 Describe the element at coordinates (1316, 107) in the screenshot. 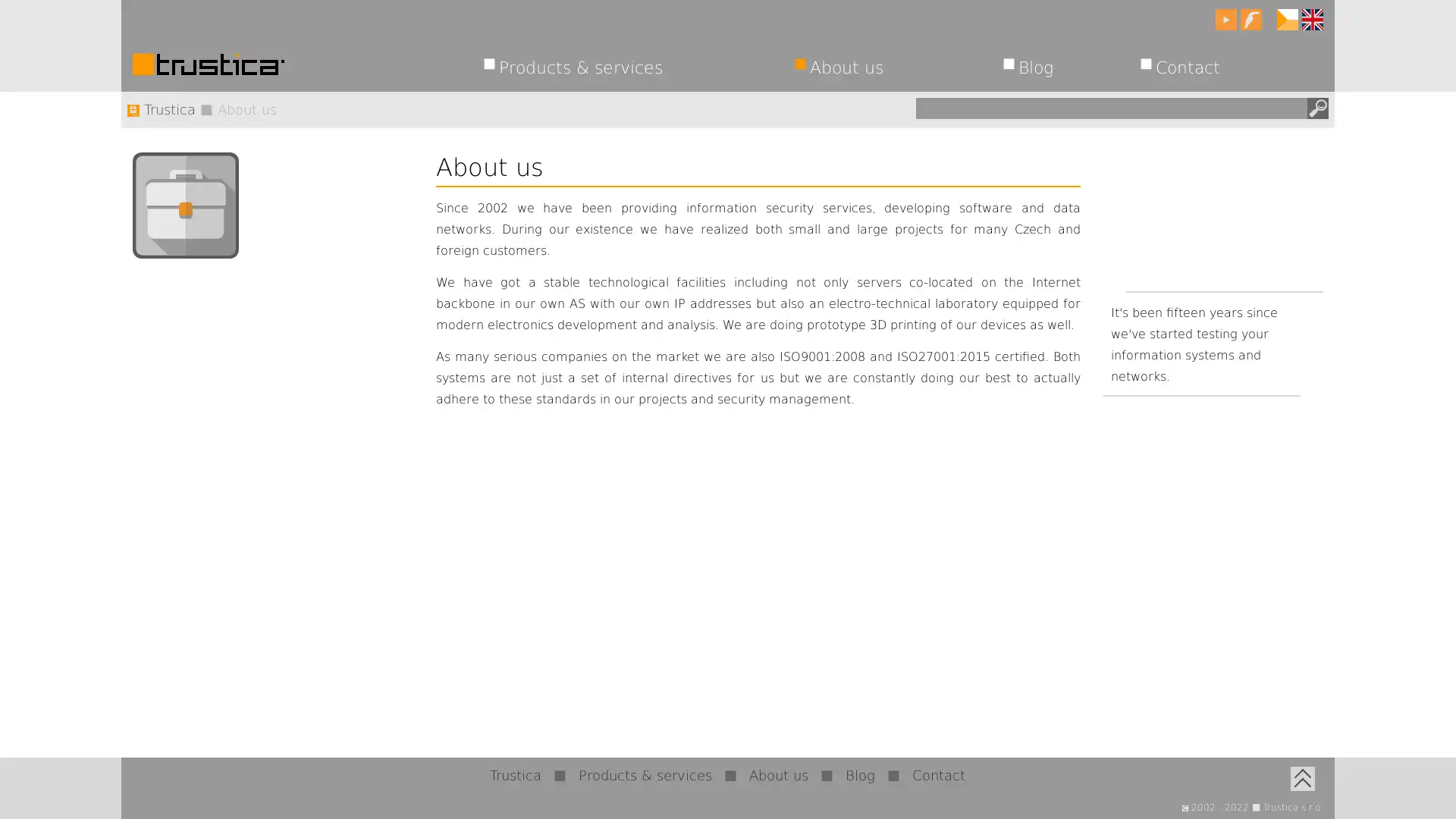

I see `Search` at that location.